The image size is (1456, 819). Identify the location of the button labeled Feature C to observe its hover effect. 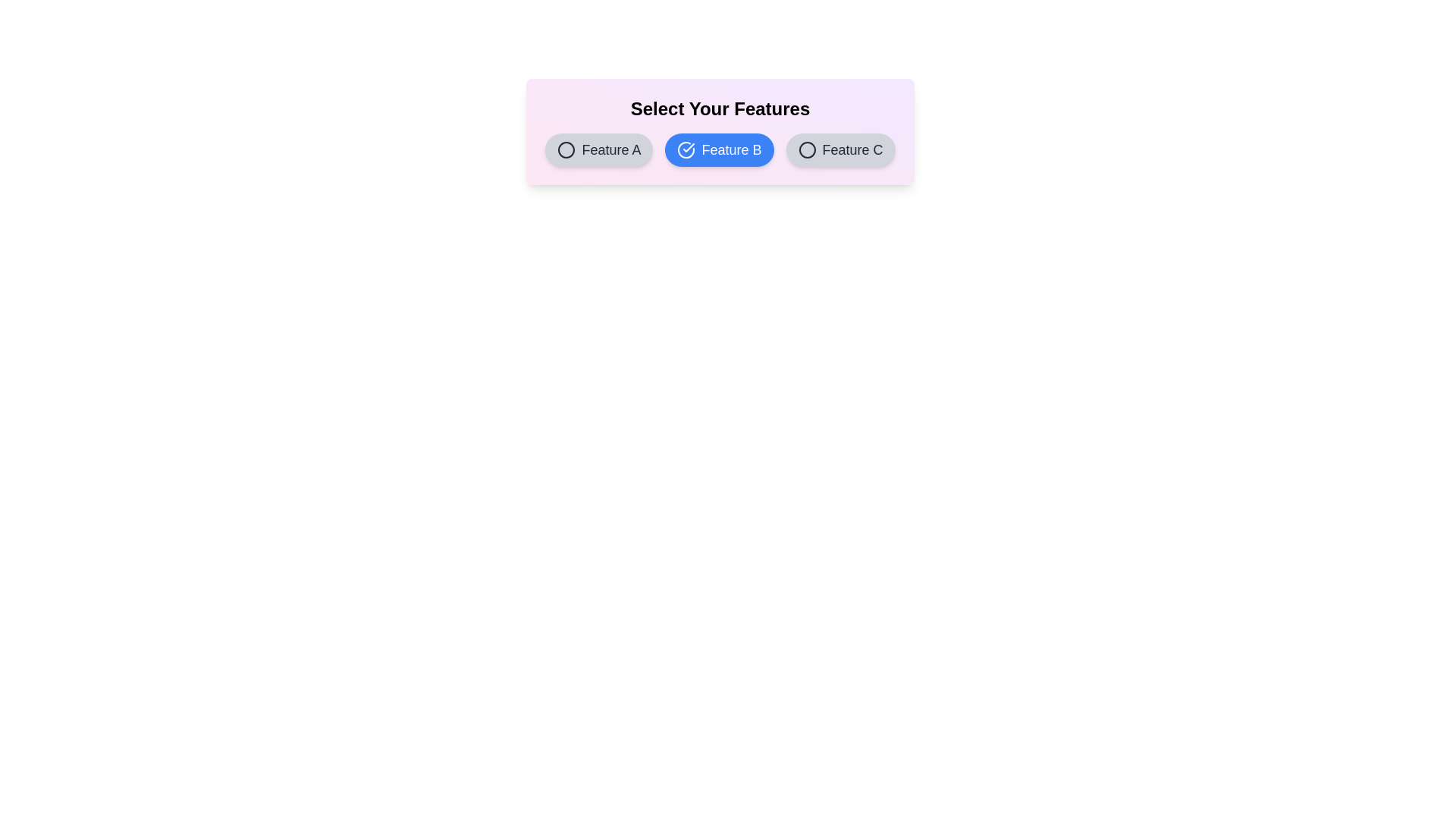
(839, 149).